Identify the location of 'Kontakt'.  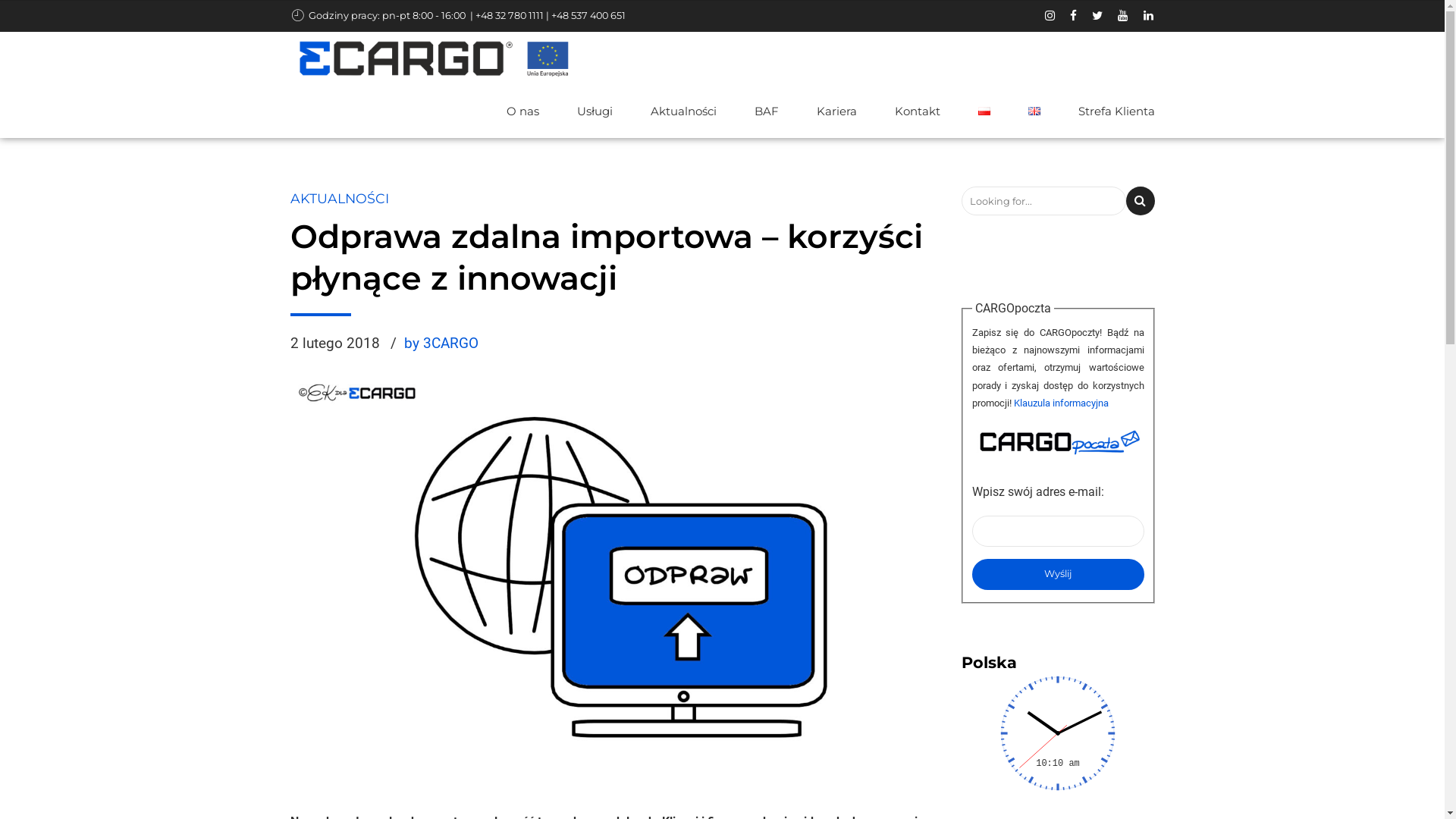
(895, 110).